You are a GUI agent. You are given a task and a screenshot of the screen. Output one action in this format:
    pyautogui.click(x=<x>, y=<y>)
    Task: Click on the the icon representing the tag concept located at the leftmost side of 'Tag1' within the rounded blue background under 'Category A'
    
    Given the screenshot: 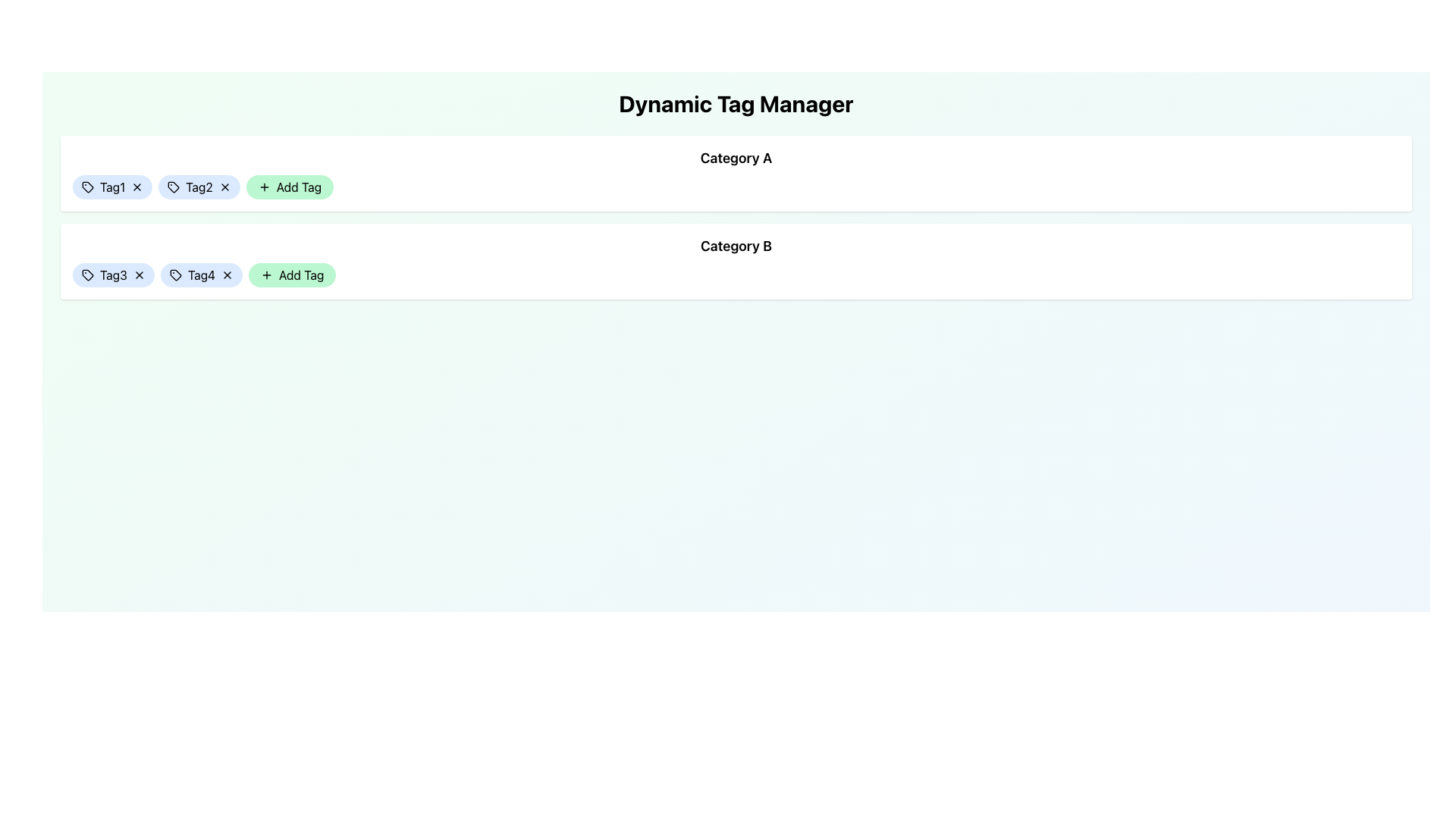 What is the action you would take?
    pyautogui.click(x=86, y=186)
    